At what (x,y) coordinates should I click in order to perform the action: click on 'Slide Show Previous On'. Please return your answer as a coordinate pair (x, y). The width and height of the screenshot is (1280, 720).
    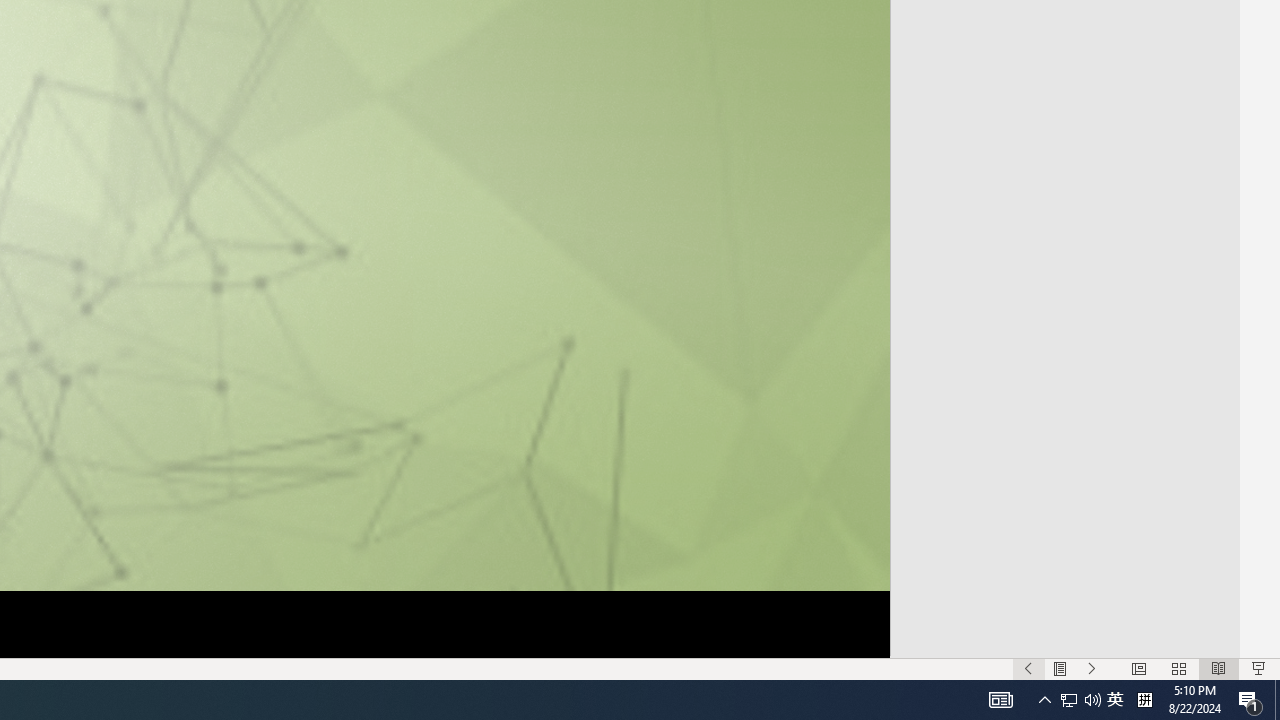
    Looking at the image, I should click on (1028, 669).